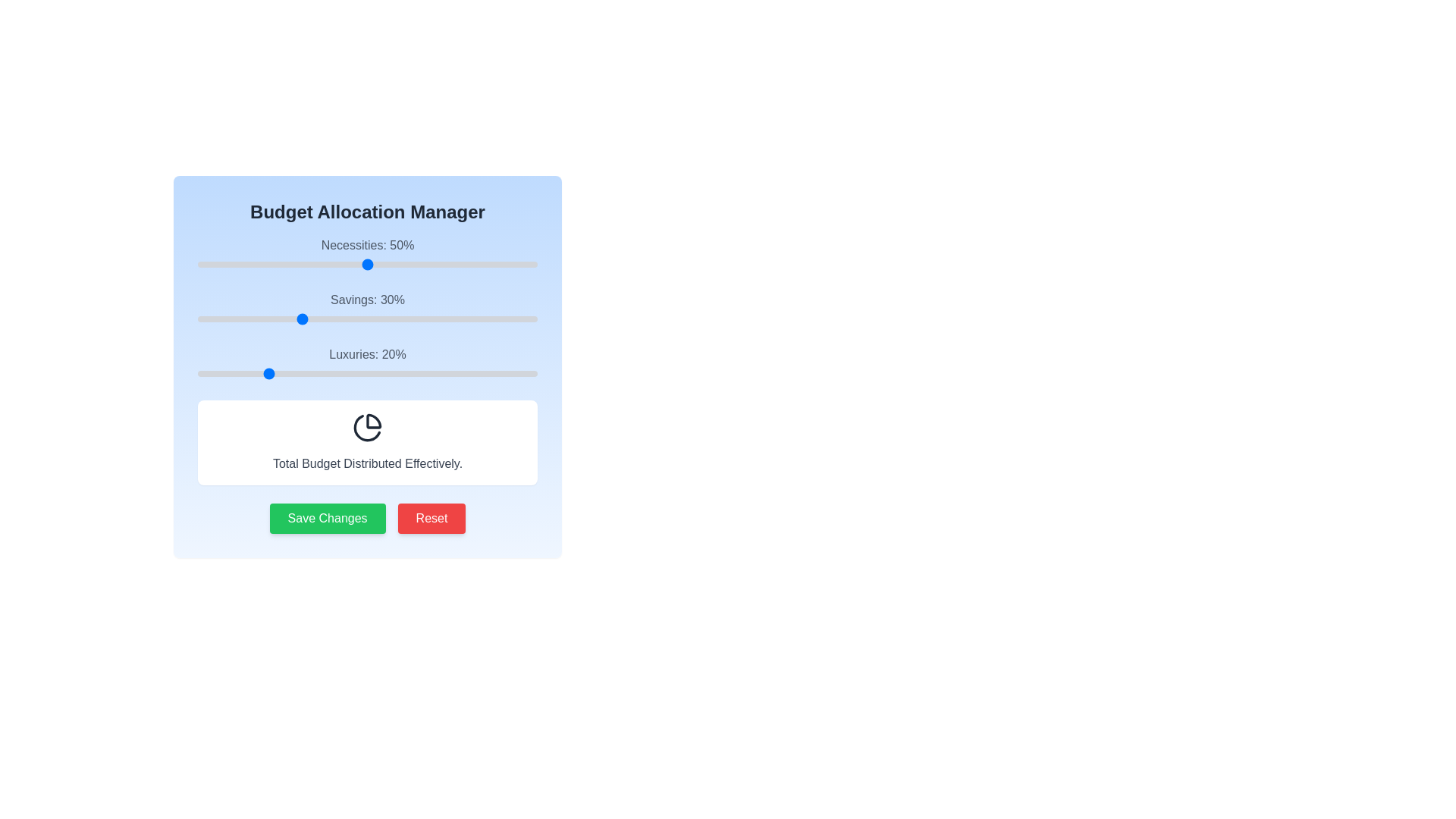 Image resolution: width=1456 pixels, height=819 pixels. Describe the element at coordinates (479, 263) in the screenshot. I see `the 'necessities' slider` at that location.